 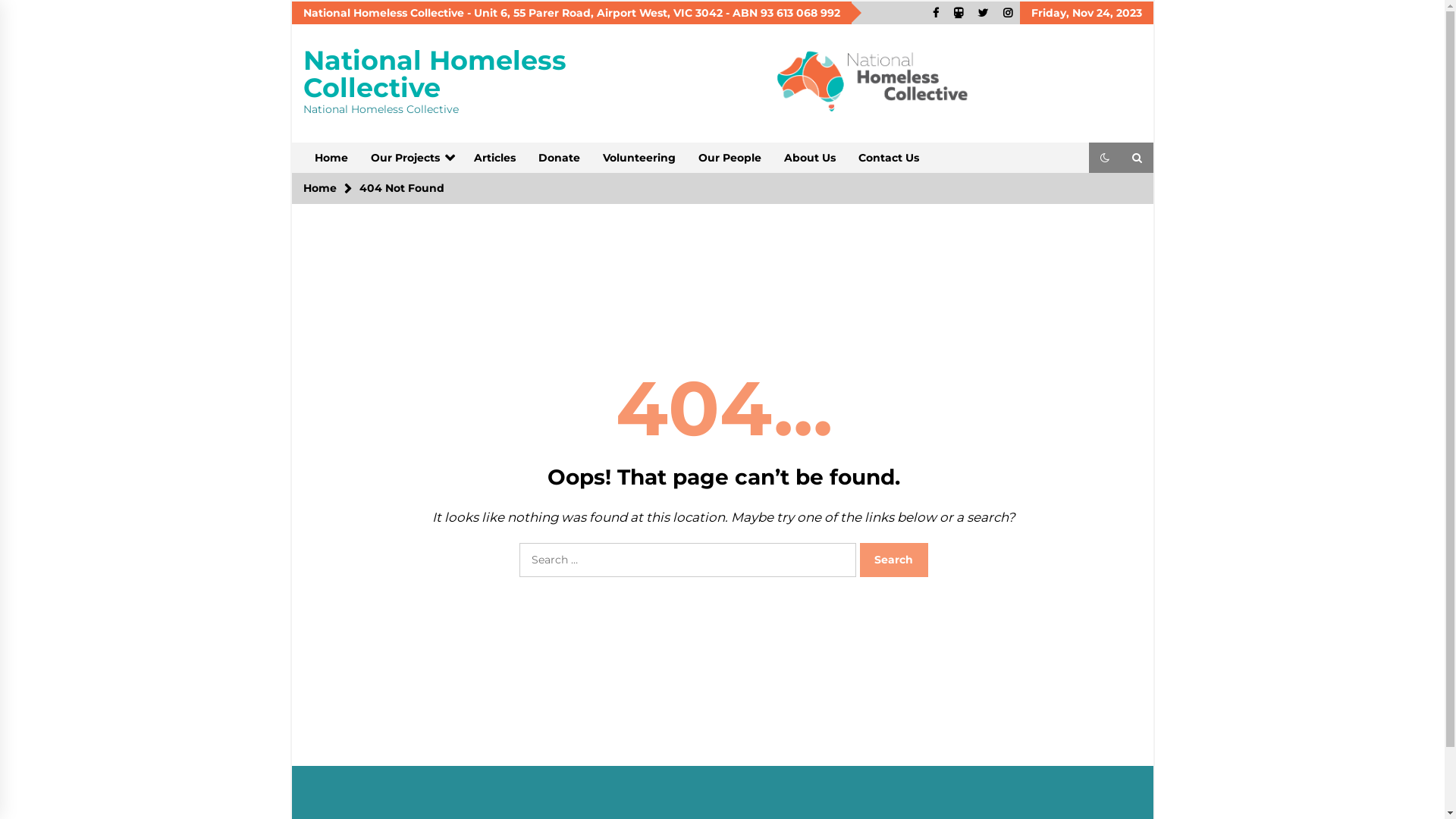 I want to click on 'About Us', so click(x=808, y=158).